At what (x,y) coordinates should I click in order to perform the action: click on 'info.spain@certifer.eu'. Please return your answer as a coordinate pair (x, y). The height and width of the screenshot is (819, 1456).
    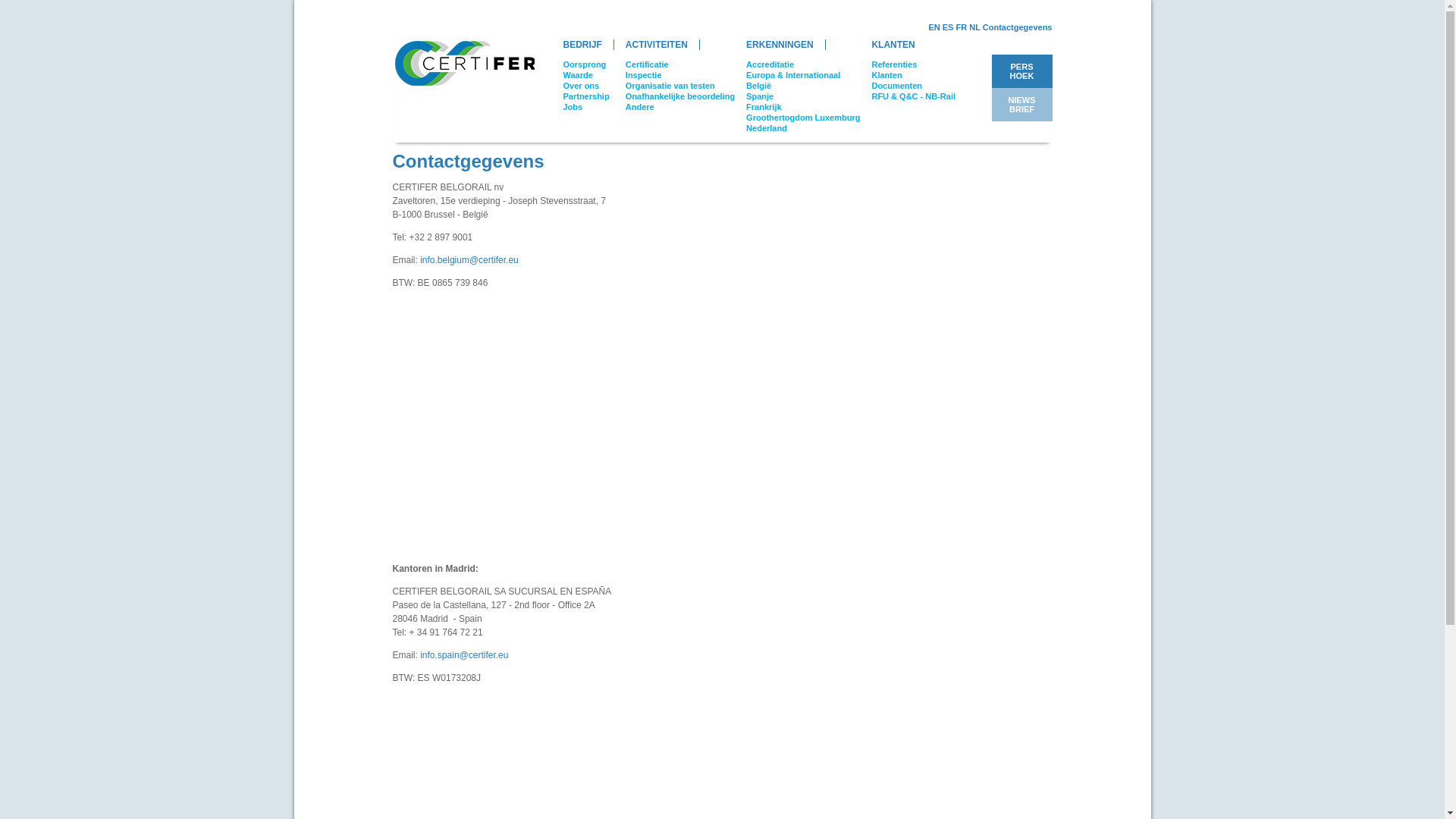
    Looking at the image, I should click on (419, 654).